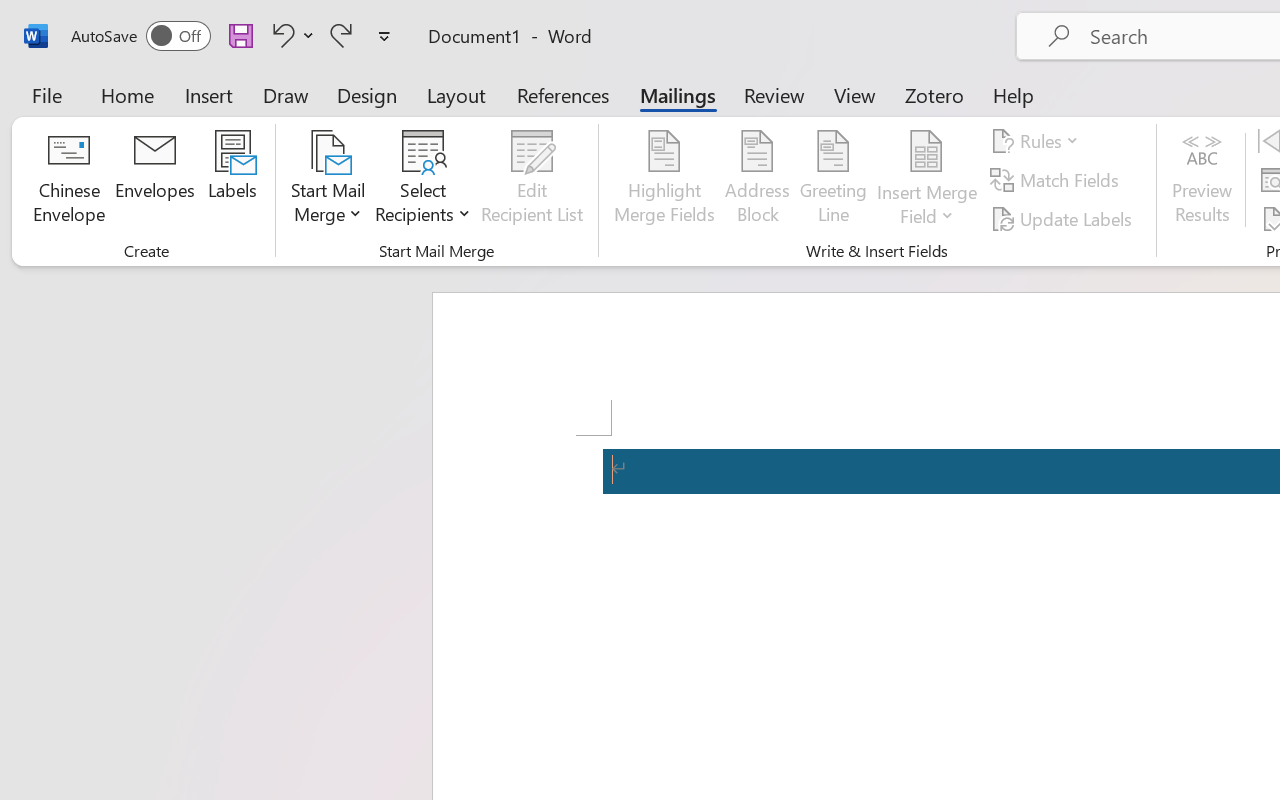  What do you see at coordinates (833, 179) in the screenshot?
I see `'Greeting Line...'` at bounding box center [833, 179].